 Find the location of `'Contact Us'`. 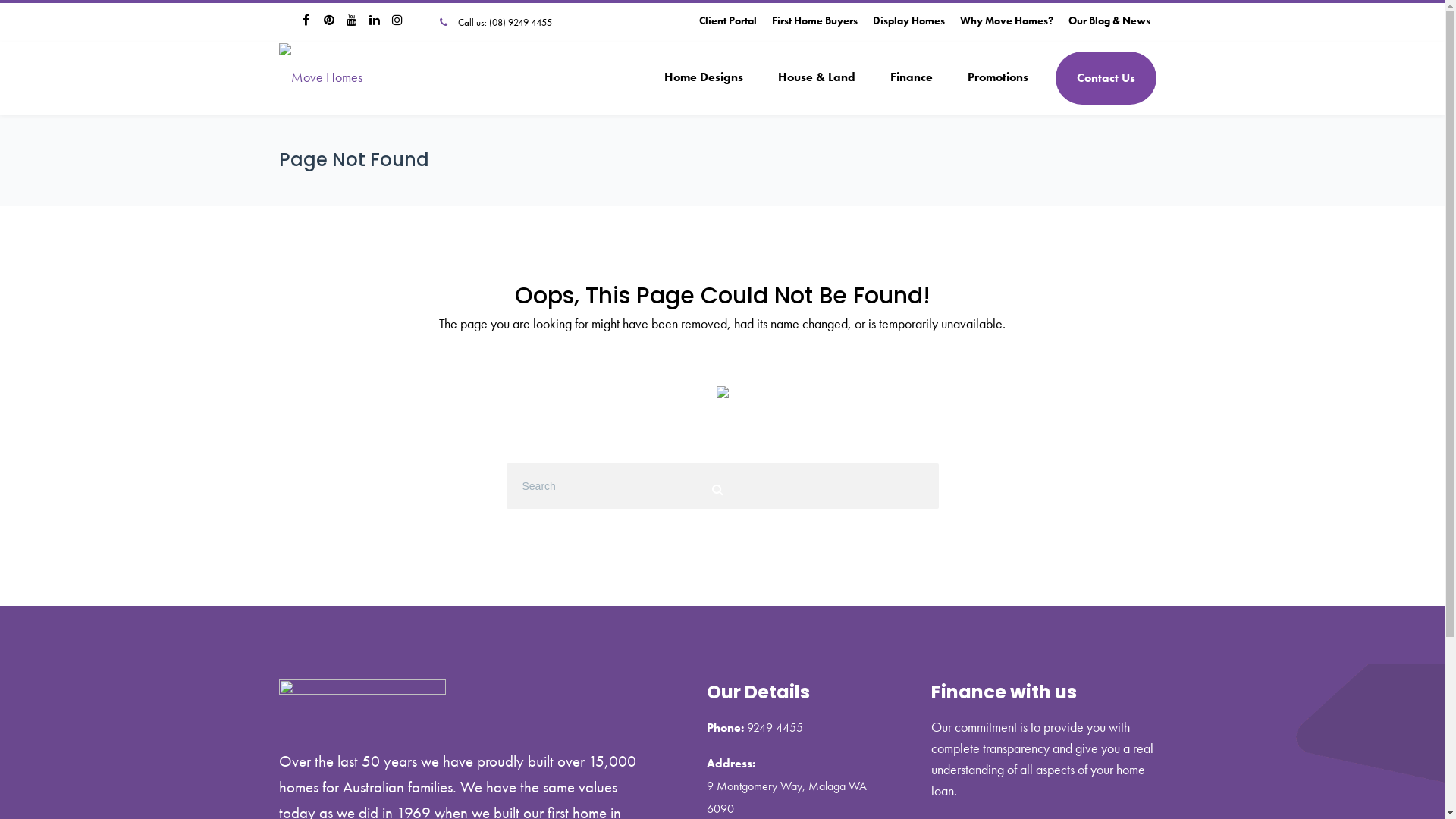

'Contact Us' is located at coordinates (1055, 78).